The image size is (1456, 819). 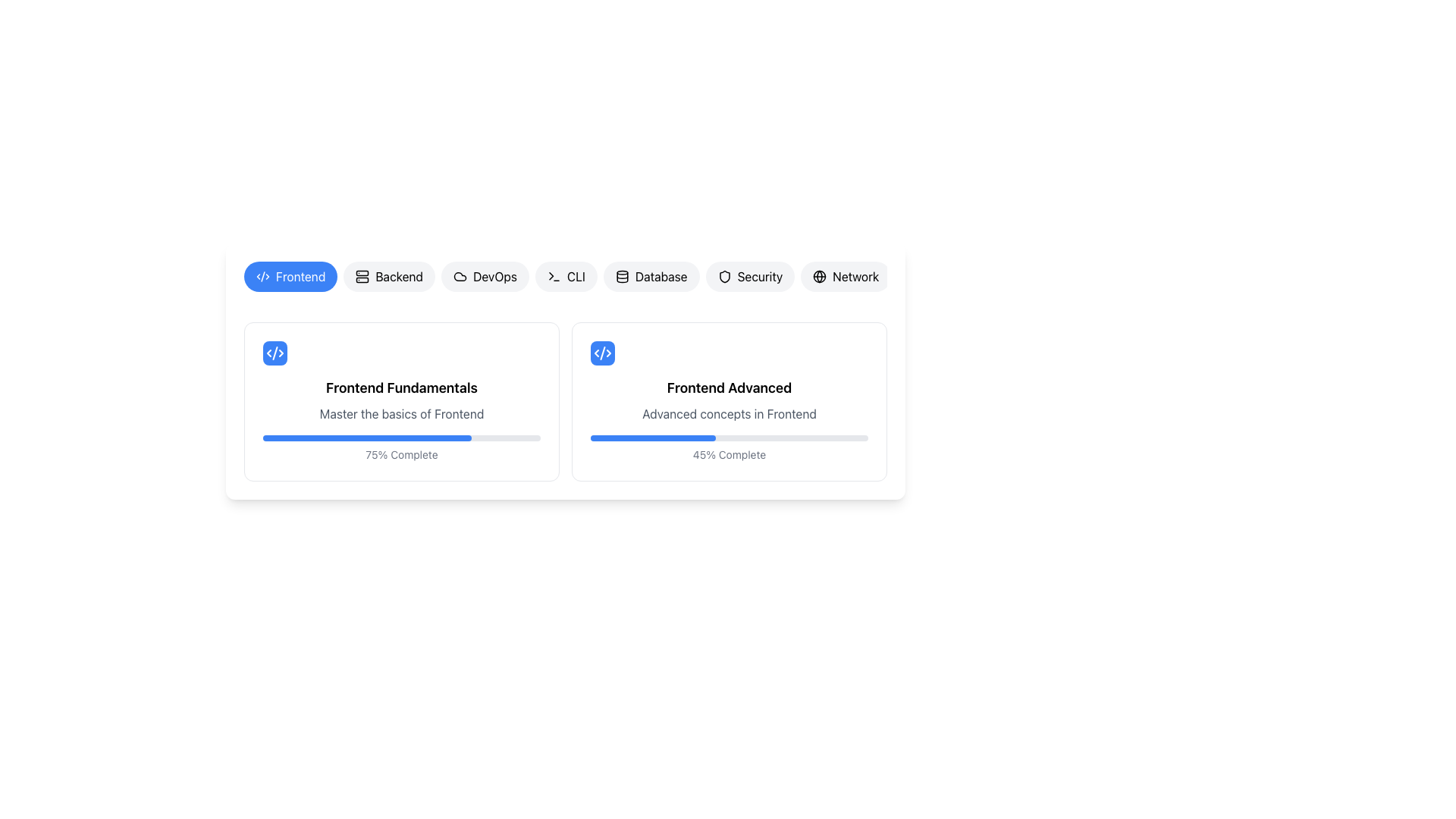 What do you see at coordinates (729, 388) in the screenshot?
I see `the text label displaying the title of the 'Frontend Advanced' course` at bounding box center [729, 388].